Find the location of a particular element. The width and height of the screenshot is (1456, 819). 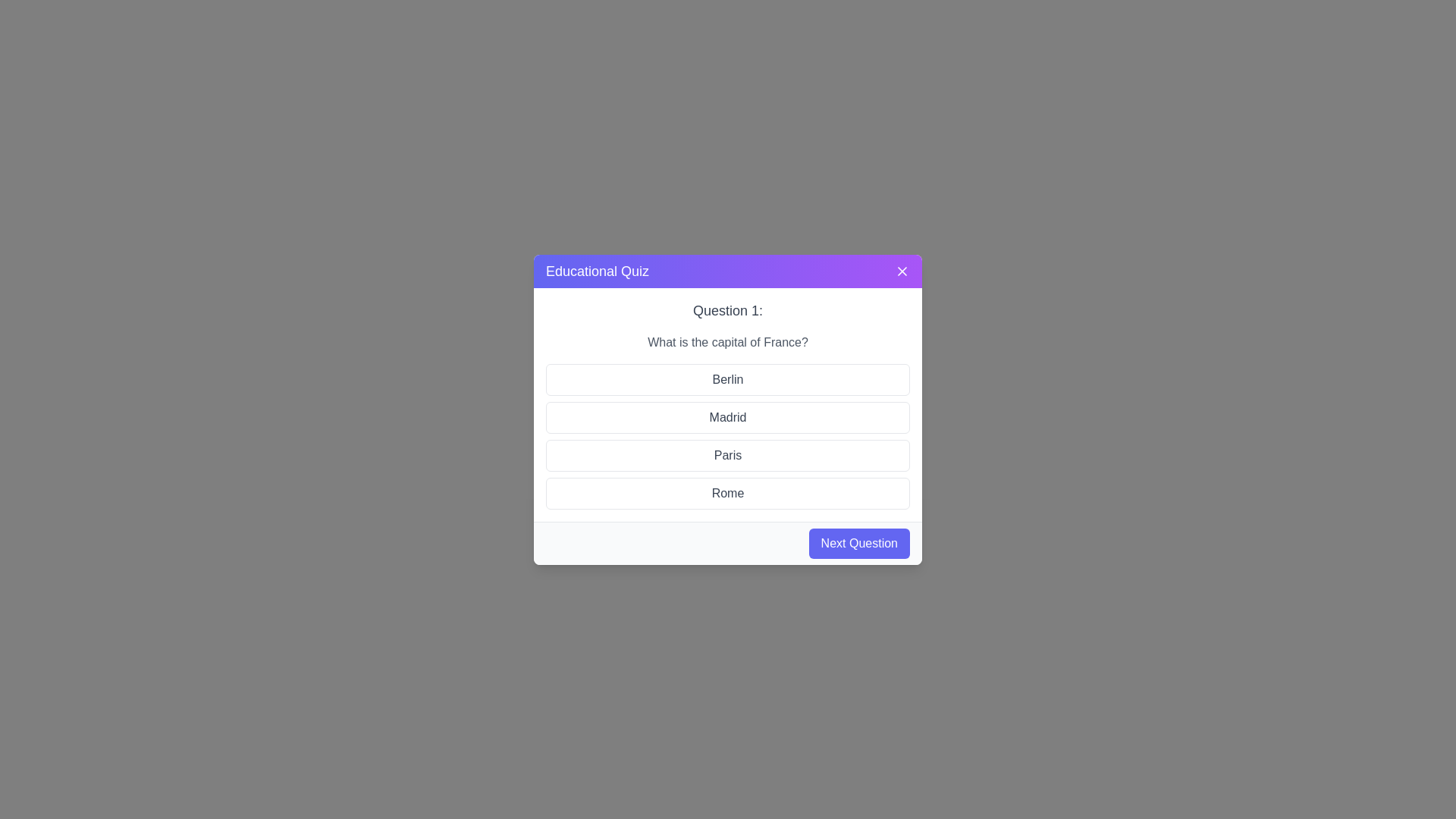

the button labeled 'Rome', which is the fourth option in a vertical list of buttons is located at coordinates (728, 493).